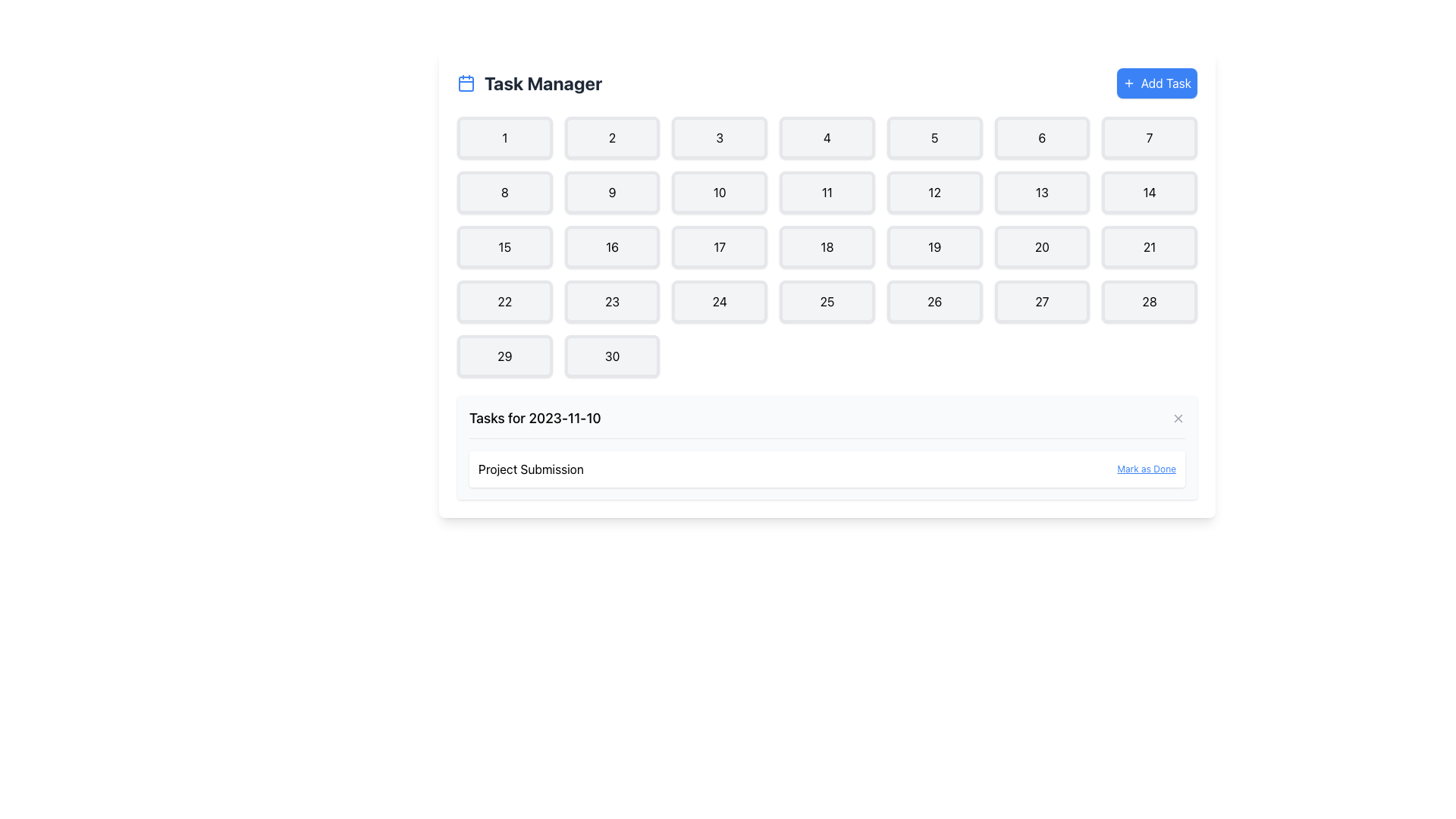 The width and height of the screenshot is (1456, 819). I want to click on the selectable date button in the calendar interface, which is the sixth item in the second row of a grid layout, to receive additional visual feedback, so click(1041, 192).